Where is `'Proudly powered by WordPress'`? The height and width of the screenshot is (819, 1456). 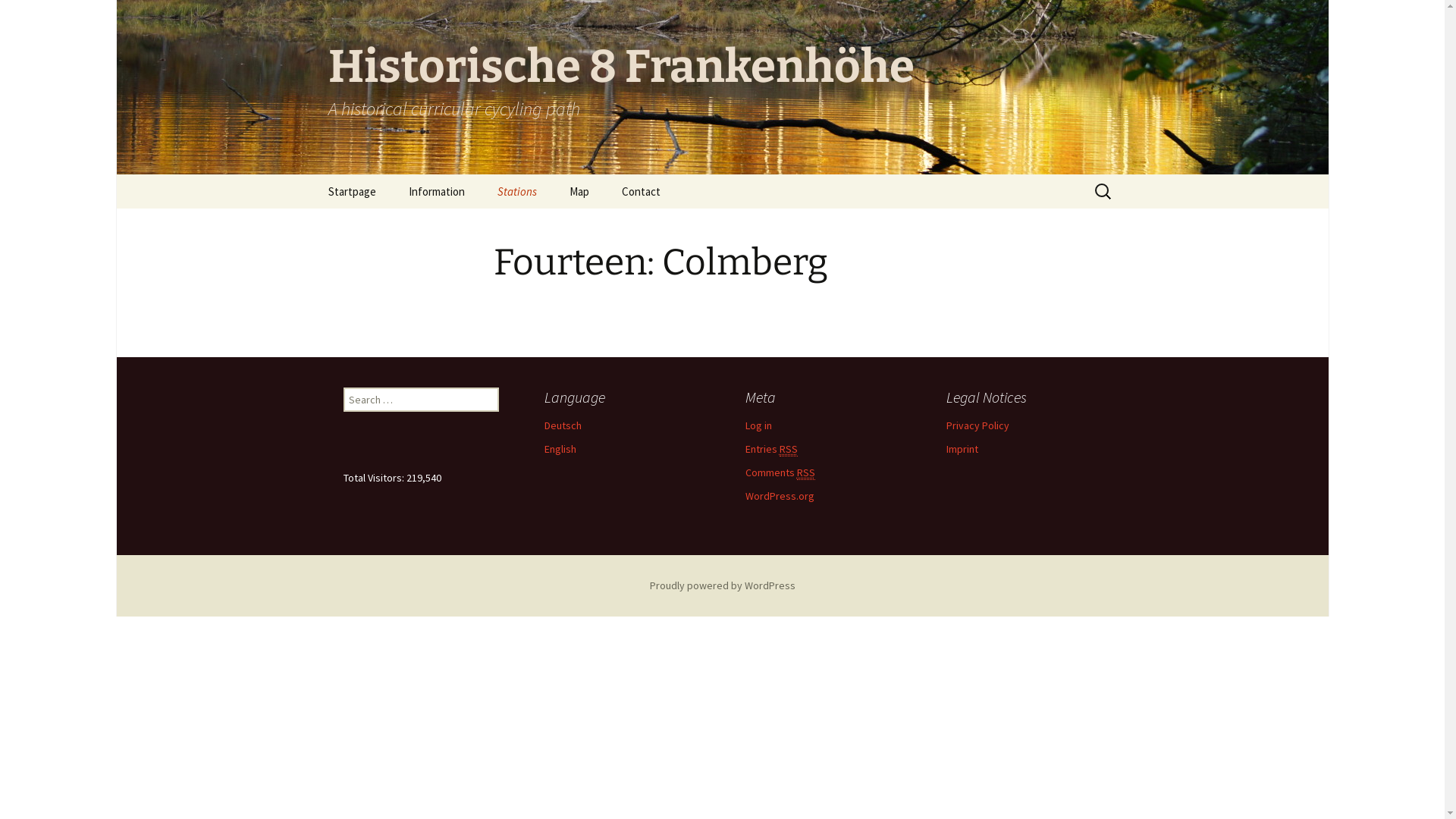 'Proudly powered by WordPress' is located at coordinates (720, 584).